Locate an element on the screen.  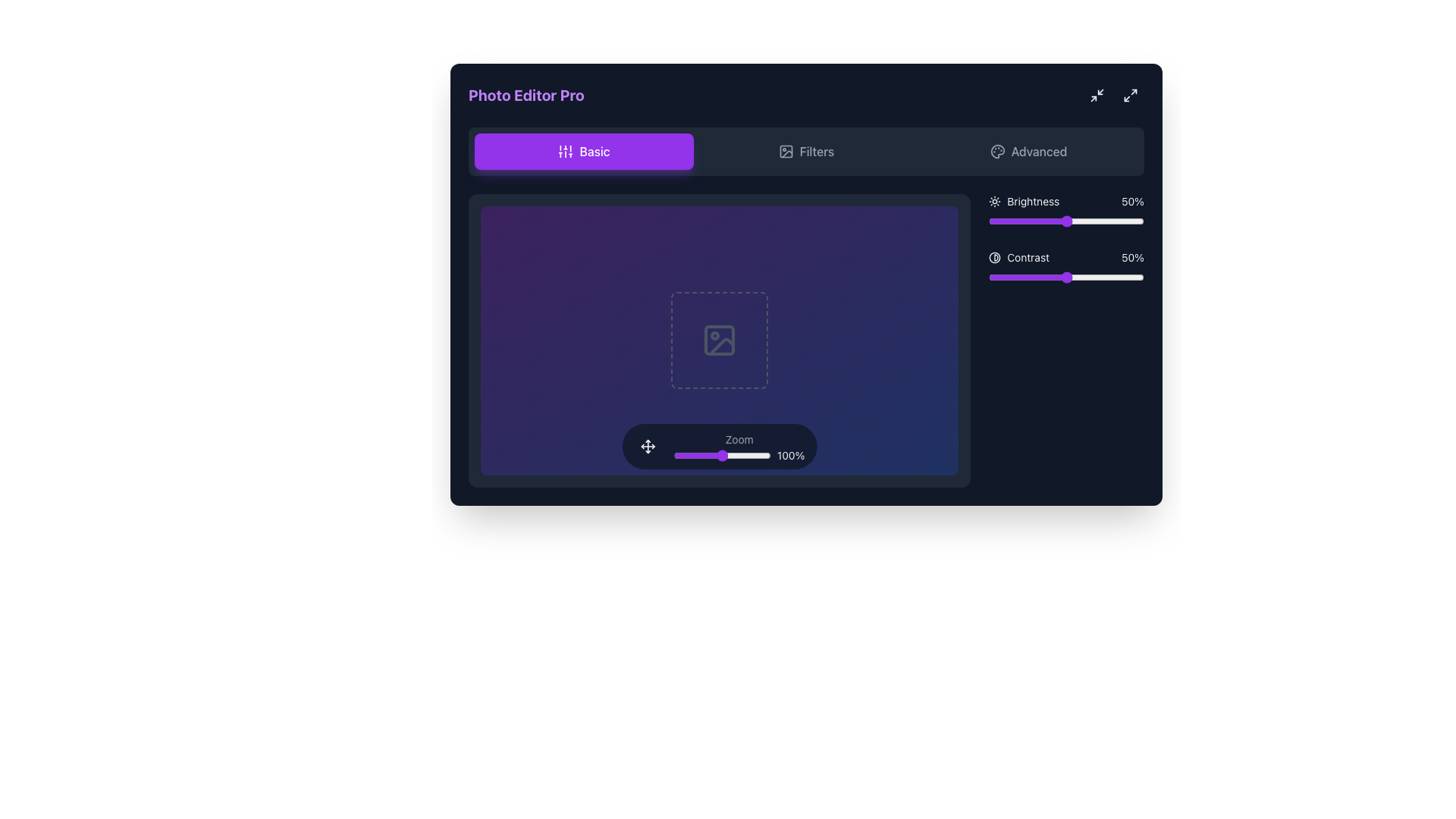
the vertical sliders icon located at the center of the purple button labeled 'Basic' is located at coordinates (565, 152).